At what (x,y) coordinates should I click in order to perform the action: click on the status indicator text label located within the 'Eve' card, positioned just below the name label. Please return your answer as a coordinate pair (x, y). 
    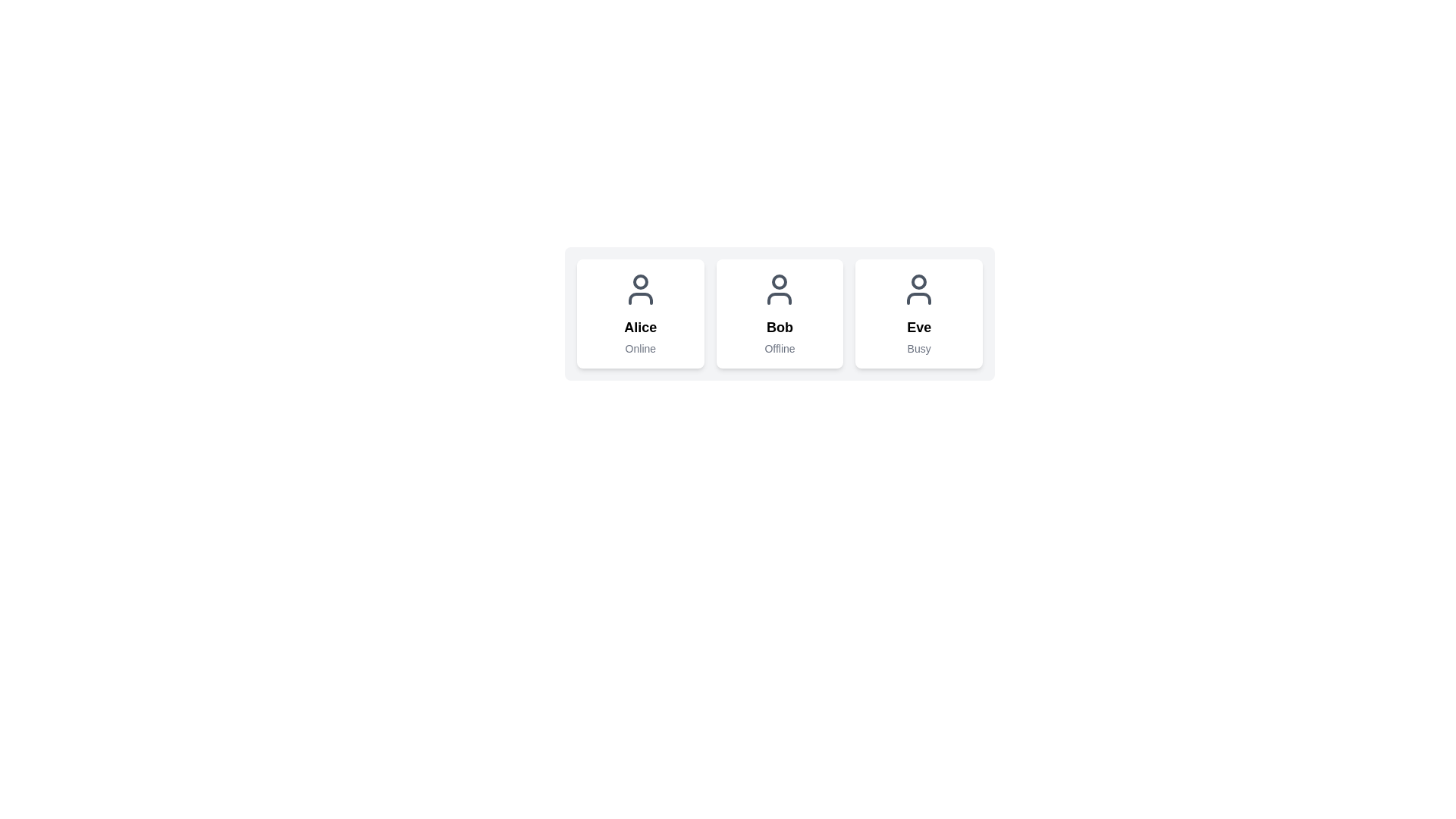
    Looking at the image, I should click on (918, 348).